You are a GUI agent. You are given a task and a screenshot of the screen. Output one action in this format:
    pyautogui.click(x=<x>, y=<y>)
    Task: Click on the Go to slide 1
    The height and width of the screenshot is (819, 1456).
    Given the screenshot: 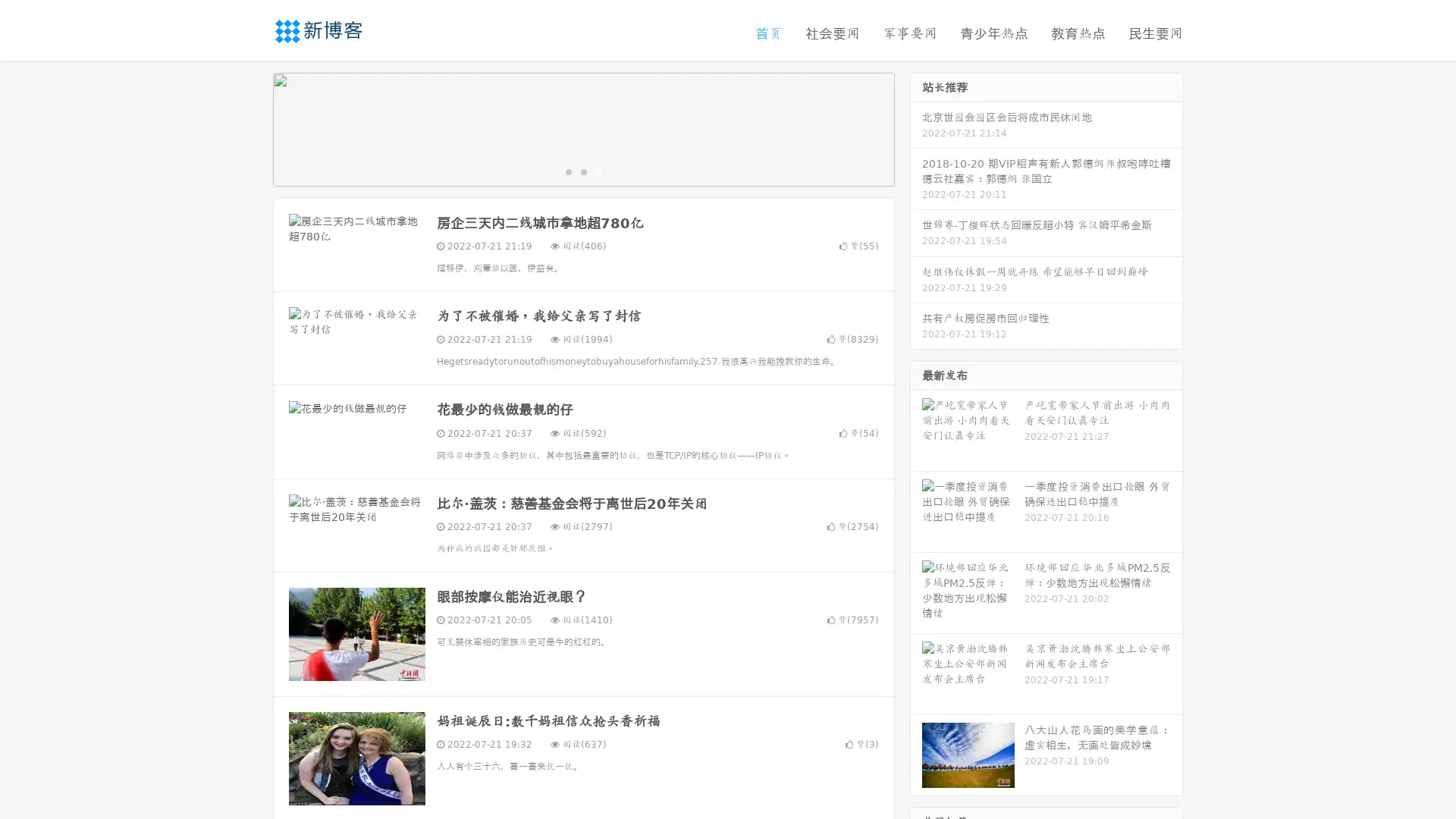 What is the action you would take?
    pyautogui.click(x=567, y=171)
    